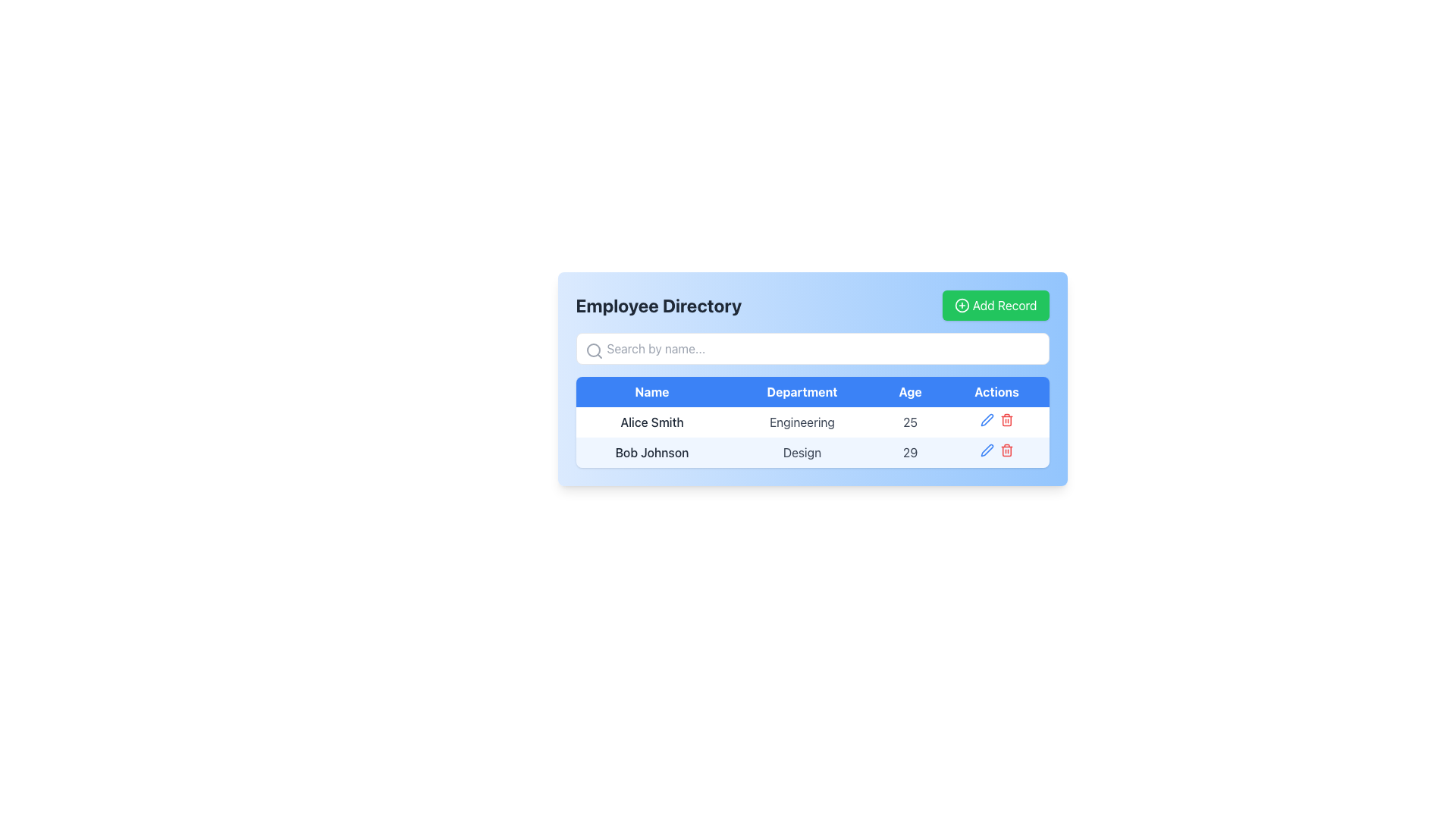  I want to click on the 'Employee Directory' text component, which is a bold and large dark gray text located at the top-left section of the interface, aligned to the left of the 'Add Record' button, so click(658, 305).